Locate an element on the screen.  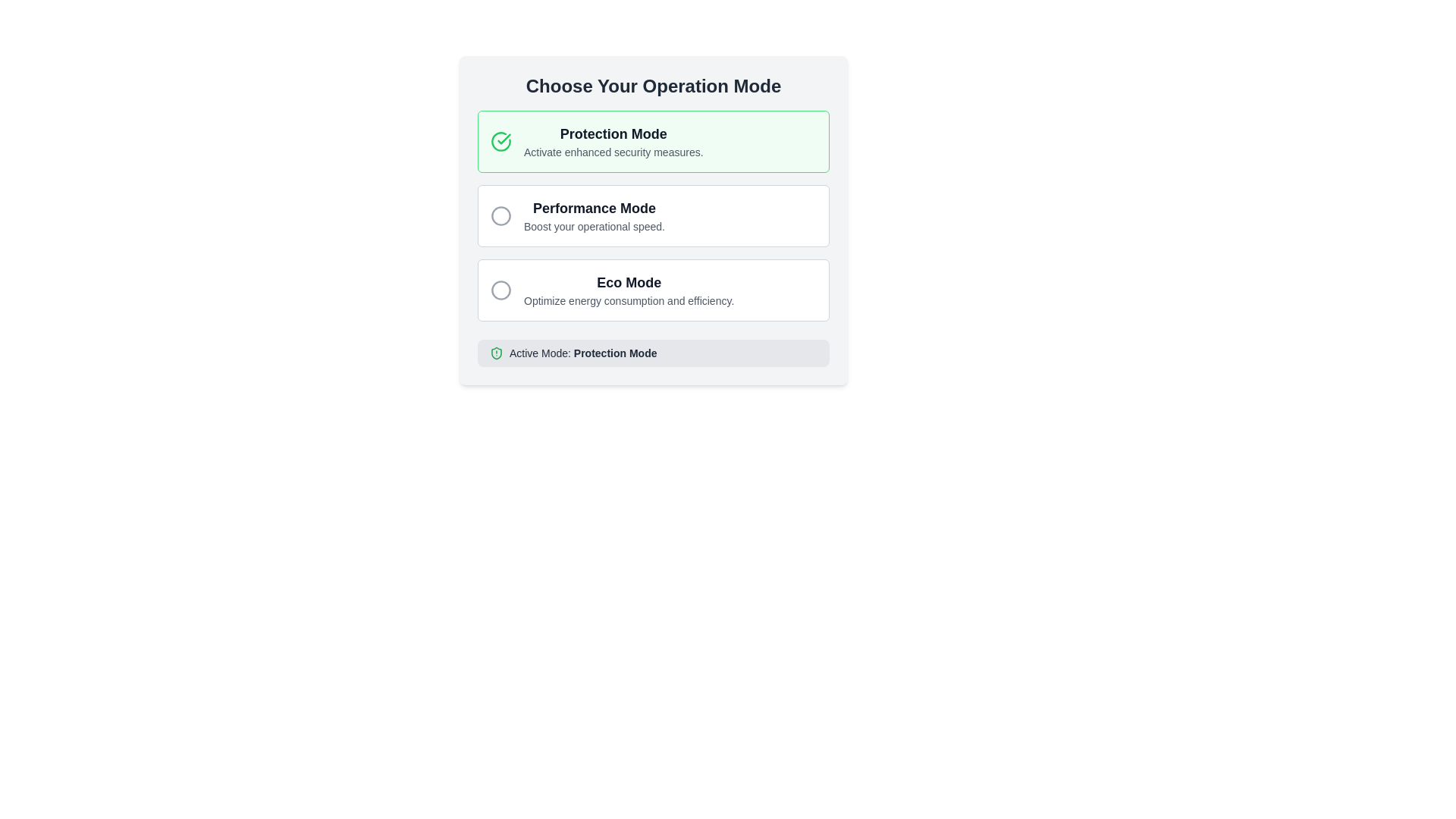
the 'Performance Mode' text block, which is the second option is located at coordinates (593, 216).